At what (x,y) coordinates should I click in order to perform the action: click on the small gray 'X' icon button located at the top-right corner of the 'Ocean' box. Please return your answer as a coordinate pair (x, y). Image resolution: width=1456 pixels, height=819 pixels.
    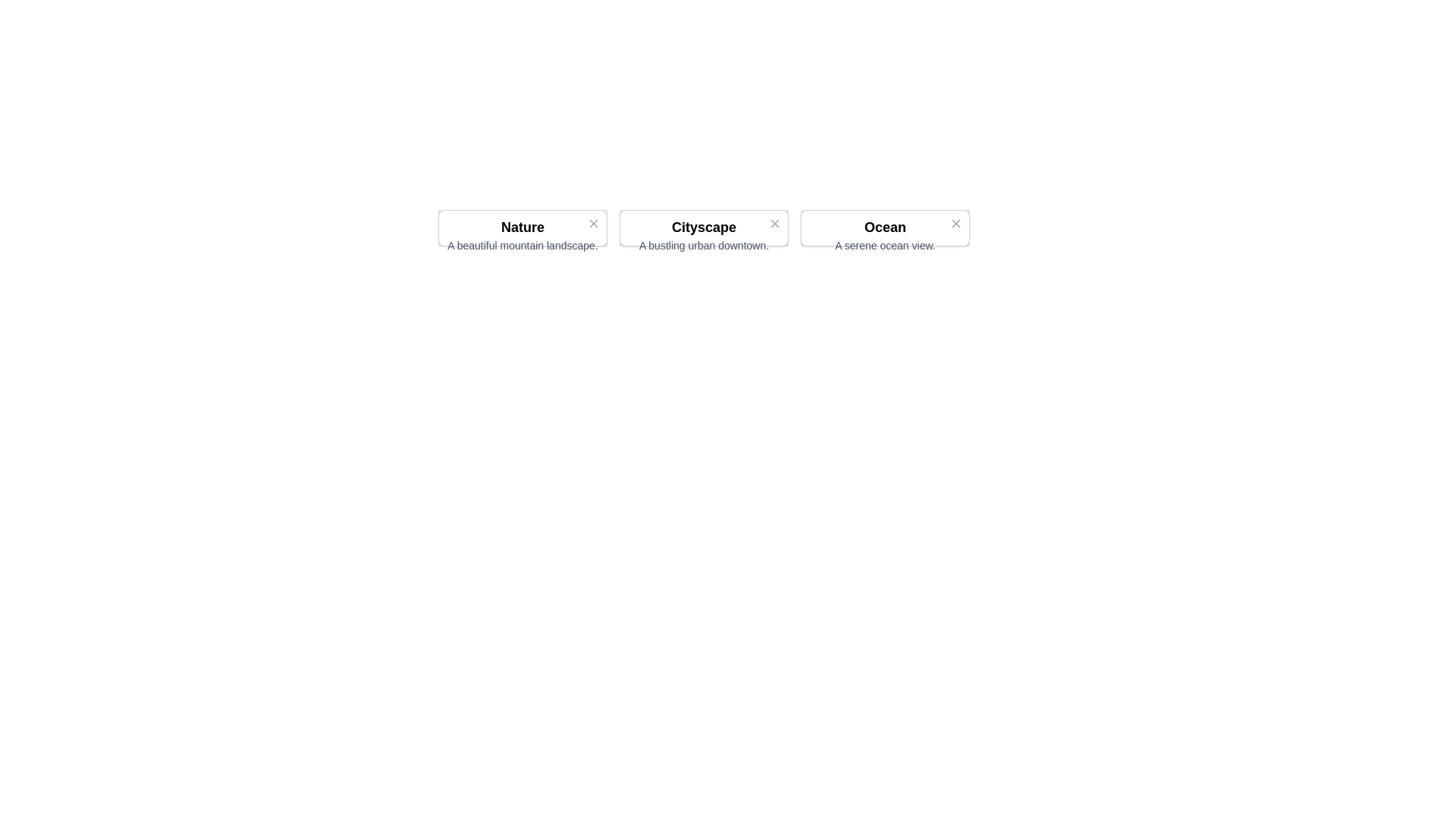
    Looking at the image, I should click on (955, 223).